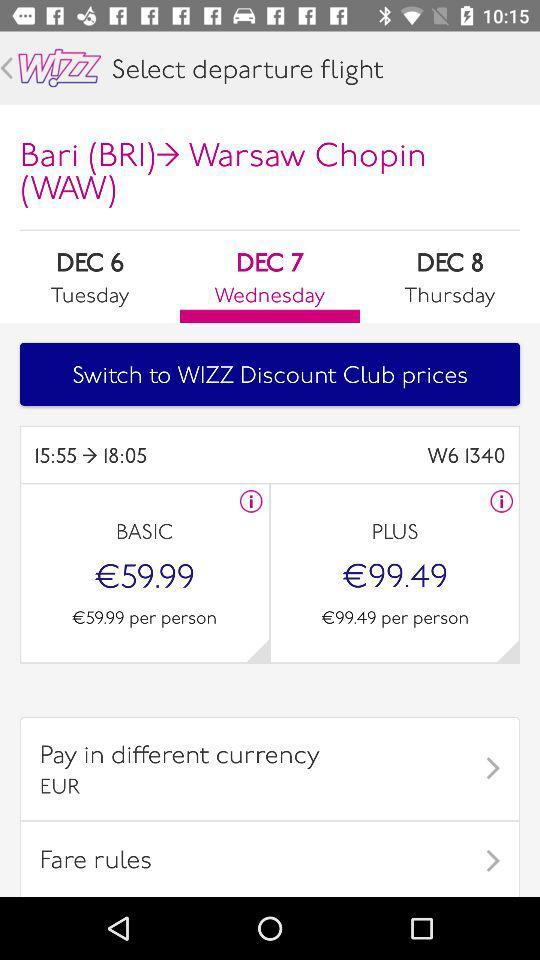 Image resolution: width=540 pixels, height=960 pixels. Describe the element at coordinates (151, 455) in the screenshot. I see `the icon below the switch to wizz` at that location.